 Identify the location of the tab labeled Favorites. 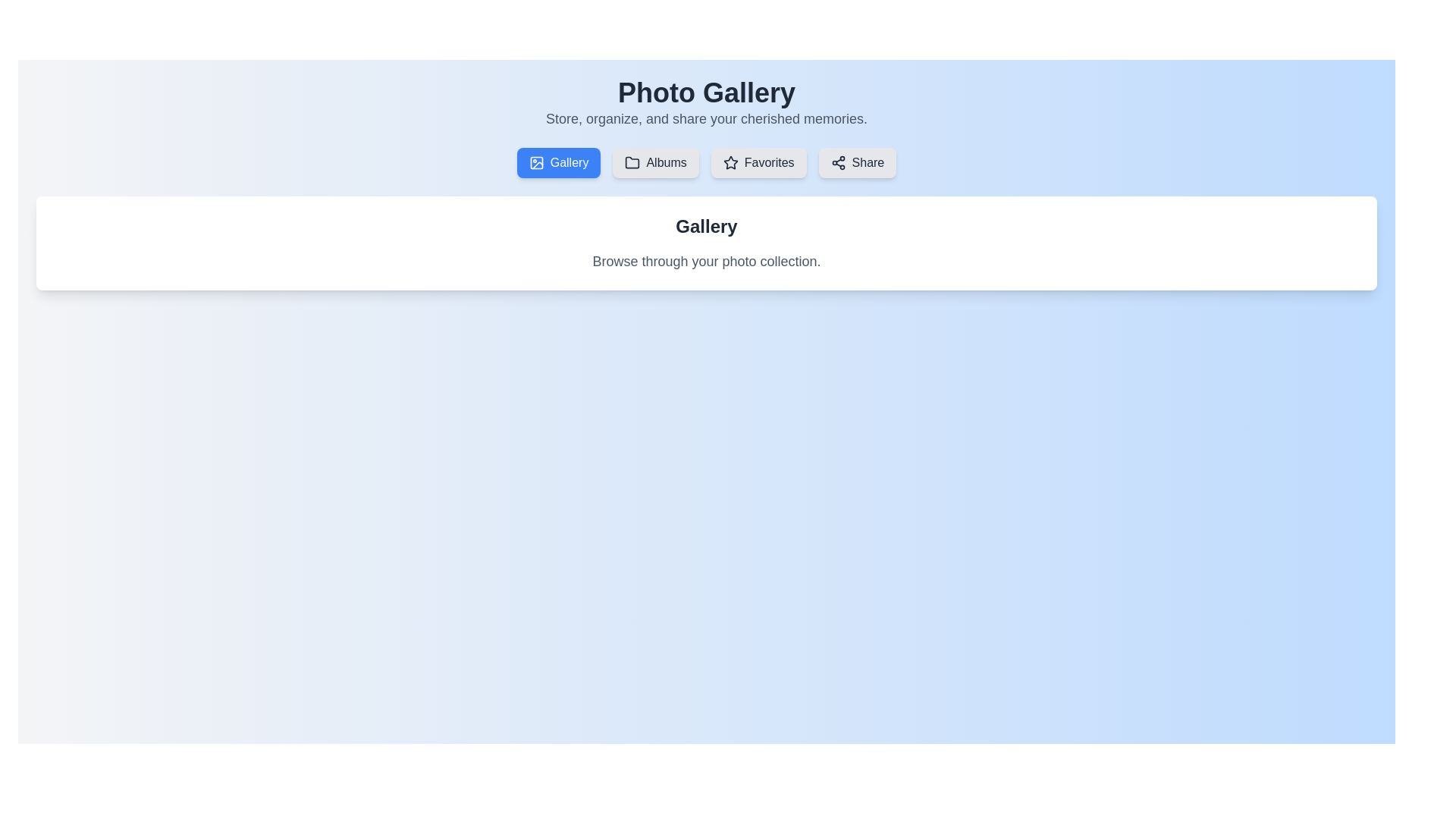
(758, 163).